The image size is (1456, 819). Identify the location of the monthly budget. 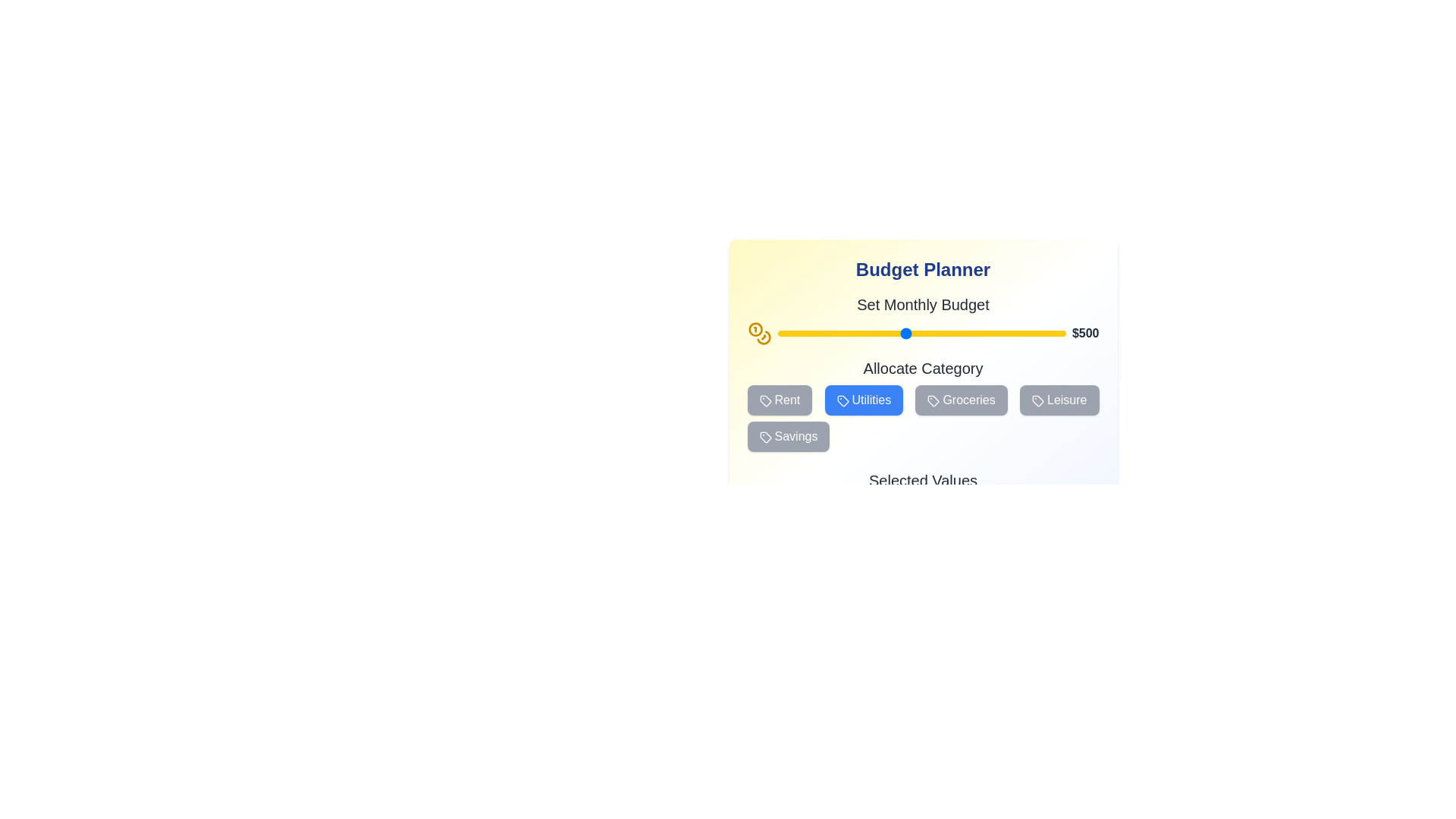
(913, 332).